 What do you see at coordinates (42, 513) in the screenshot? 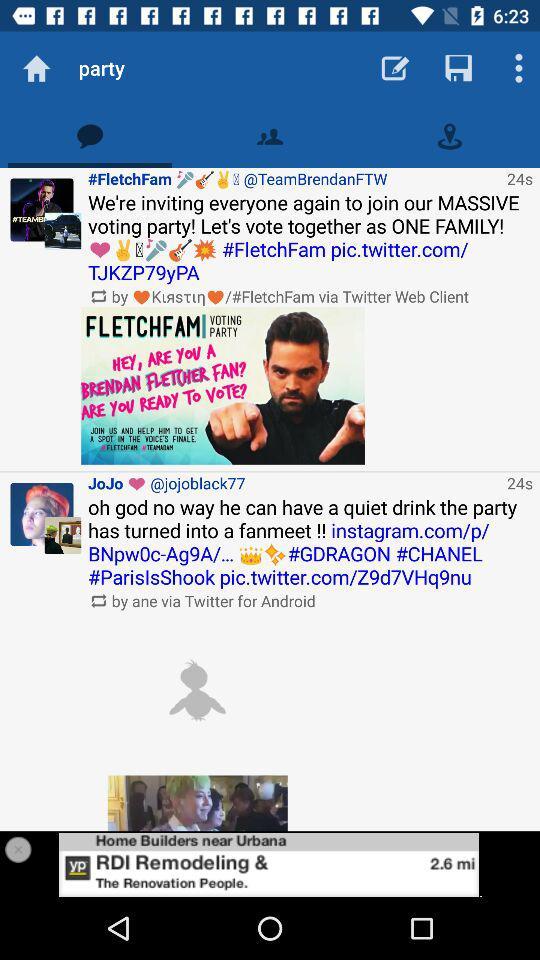
I see `look at user details` at bounding box center [42, 513].